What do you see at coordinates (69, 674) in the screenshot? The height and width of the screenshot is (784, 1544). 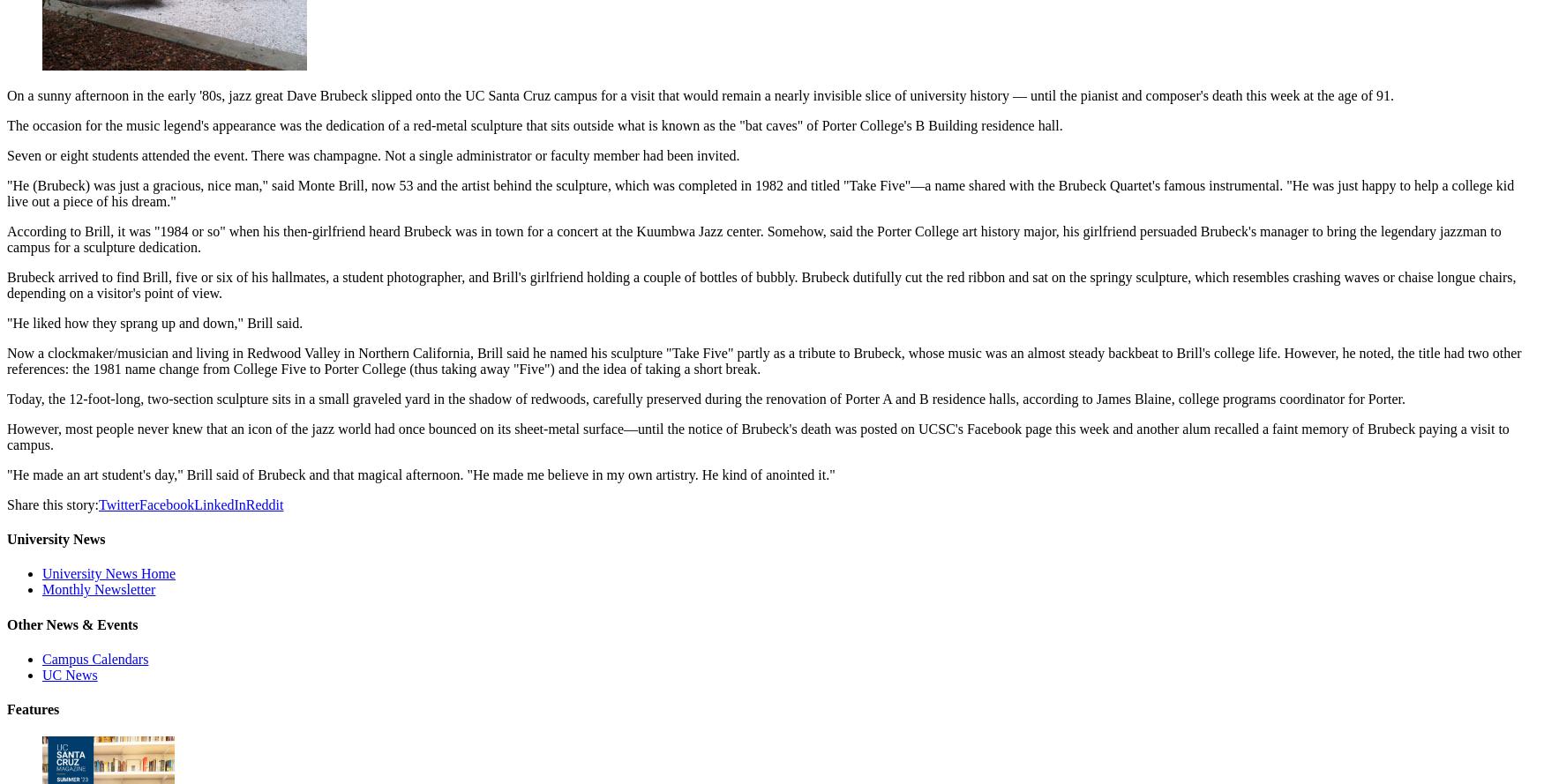 I see `'UC News'` at bounding box center [69, 674].